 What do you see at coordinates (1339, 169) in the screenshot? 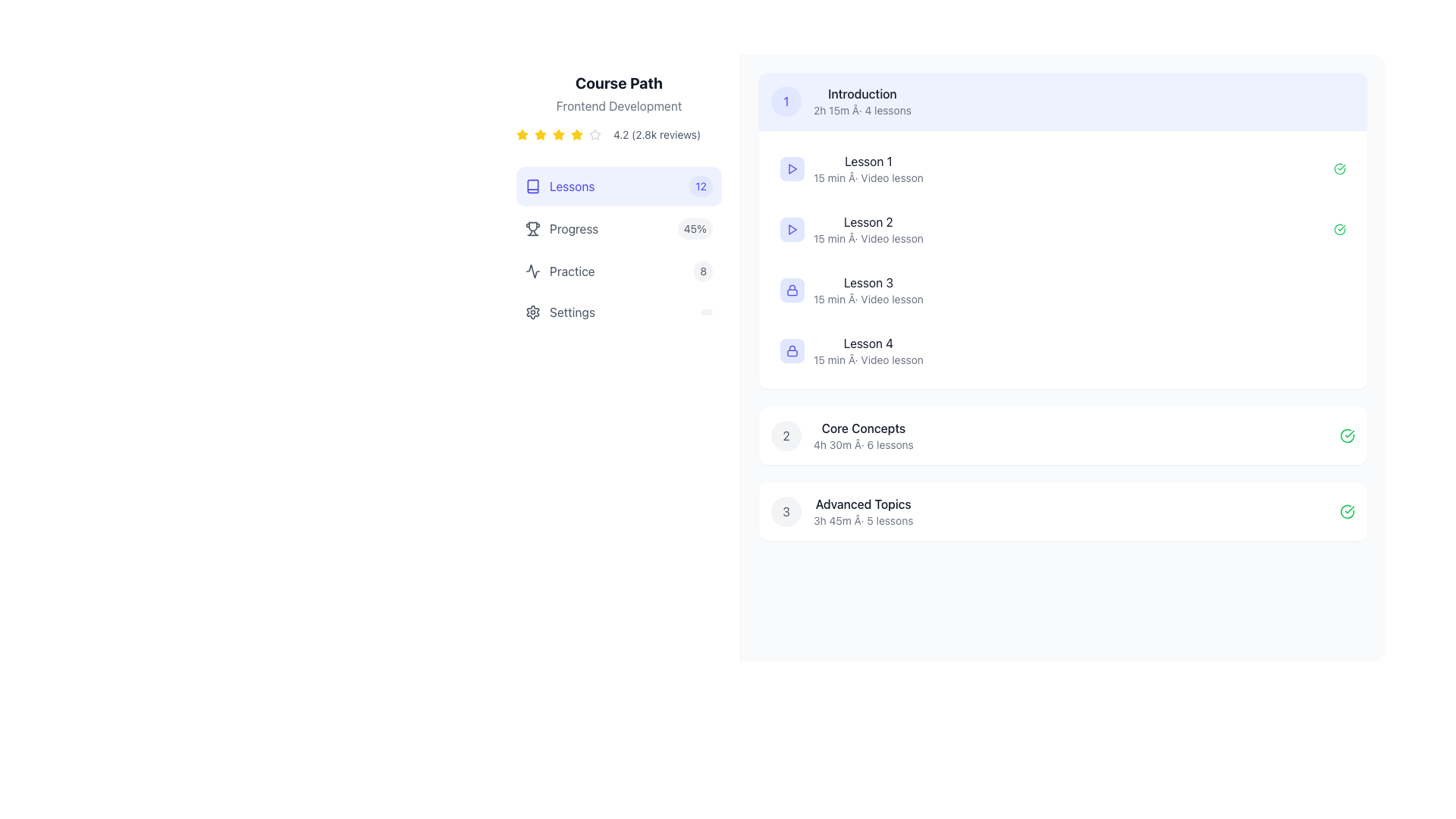
I see `the indicator icon for 'Lesson 1' that signals lesson completion, located at the rightmost side of the row aligned with '15 min · Video lesson'` at bounding box center [1339, 169].